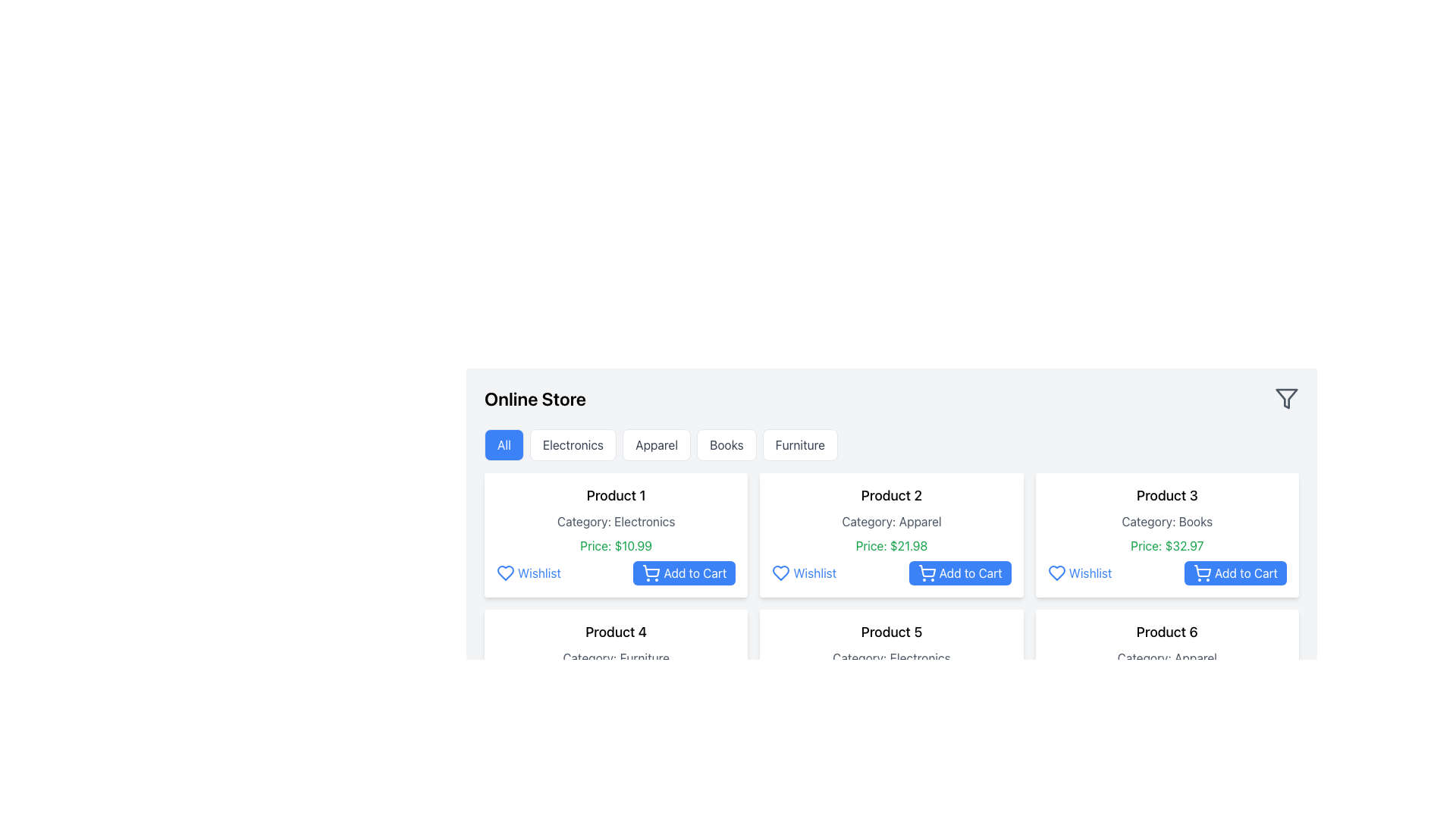 The height and width of the screenshot is (819, 1456). I want to click on the Wishlist button located in the third product card, below the product description and price, so click(1079, 573).